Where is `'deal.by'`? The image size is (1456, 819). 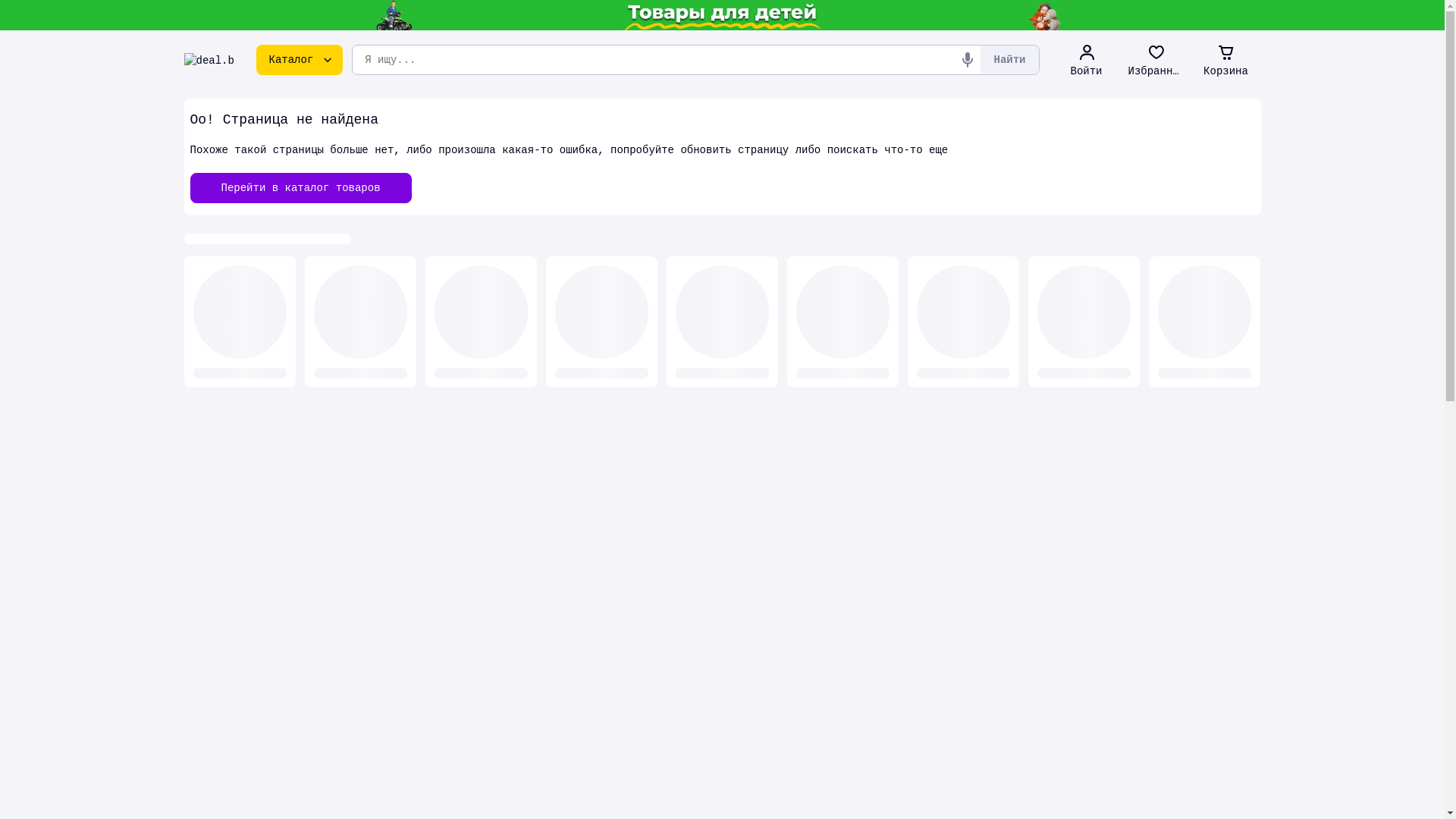 'deal.by' is located at coordinates (208, 58).